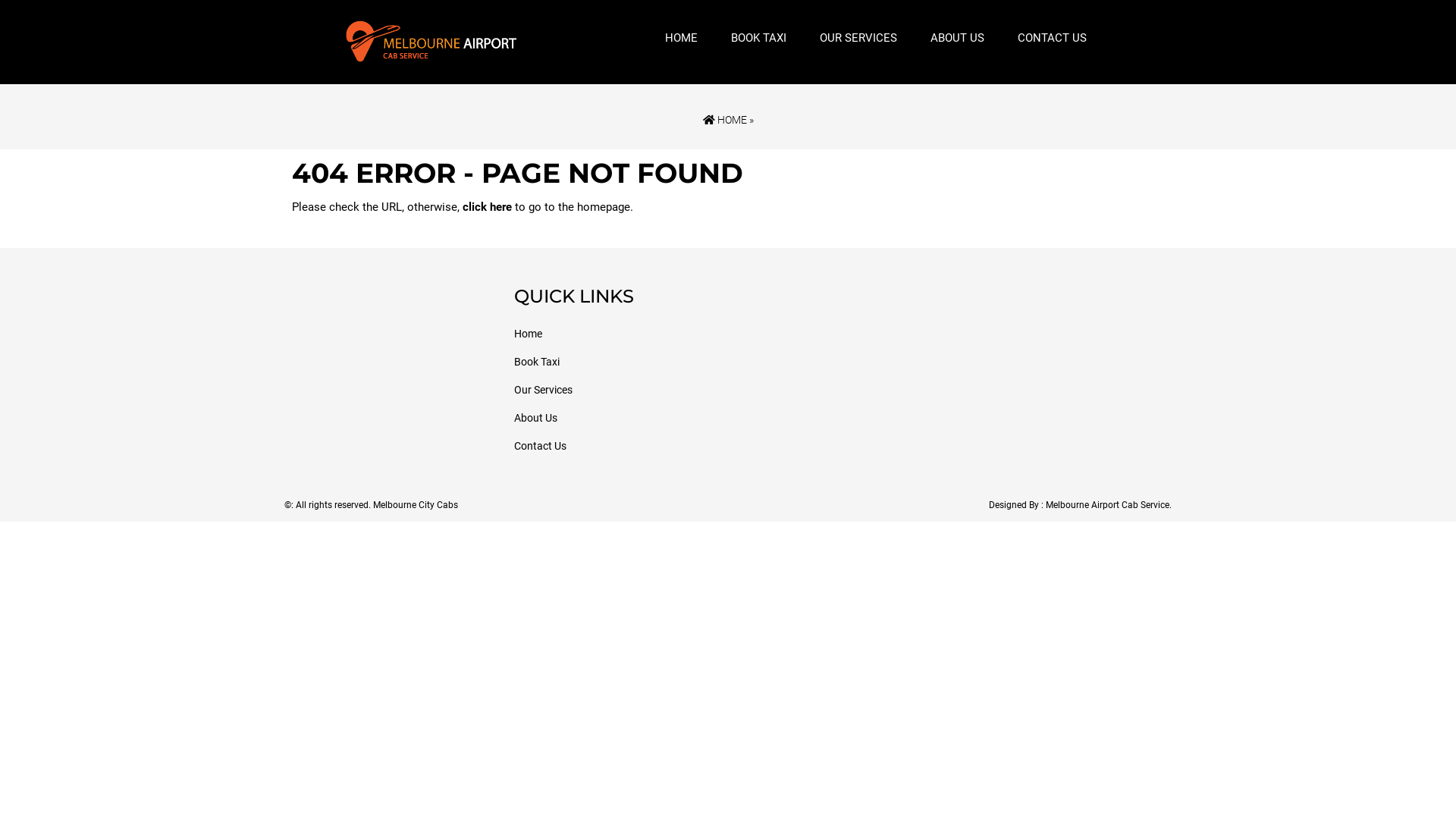  What do you see at coordinates (1009, 38) in the screenshot?
I see `'CONTACT US'` at bounding box center [1009, 38].